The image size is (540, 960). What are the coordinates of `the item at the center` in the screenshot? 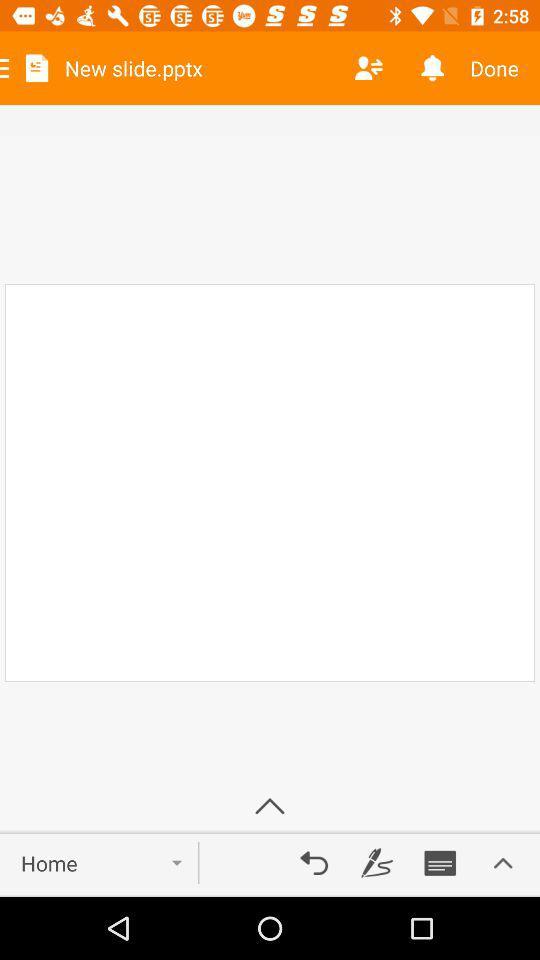 It's located at (270, 482).